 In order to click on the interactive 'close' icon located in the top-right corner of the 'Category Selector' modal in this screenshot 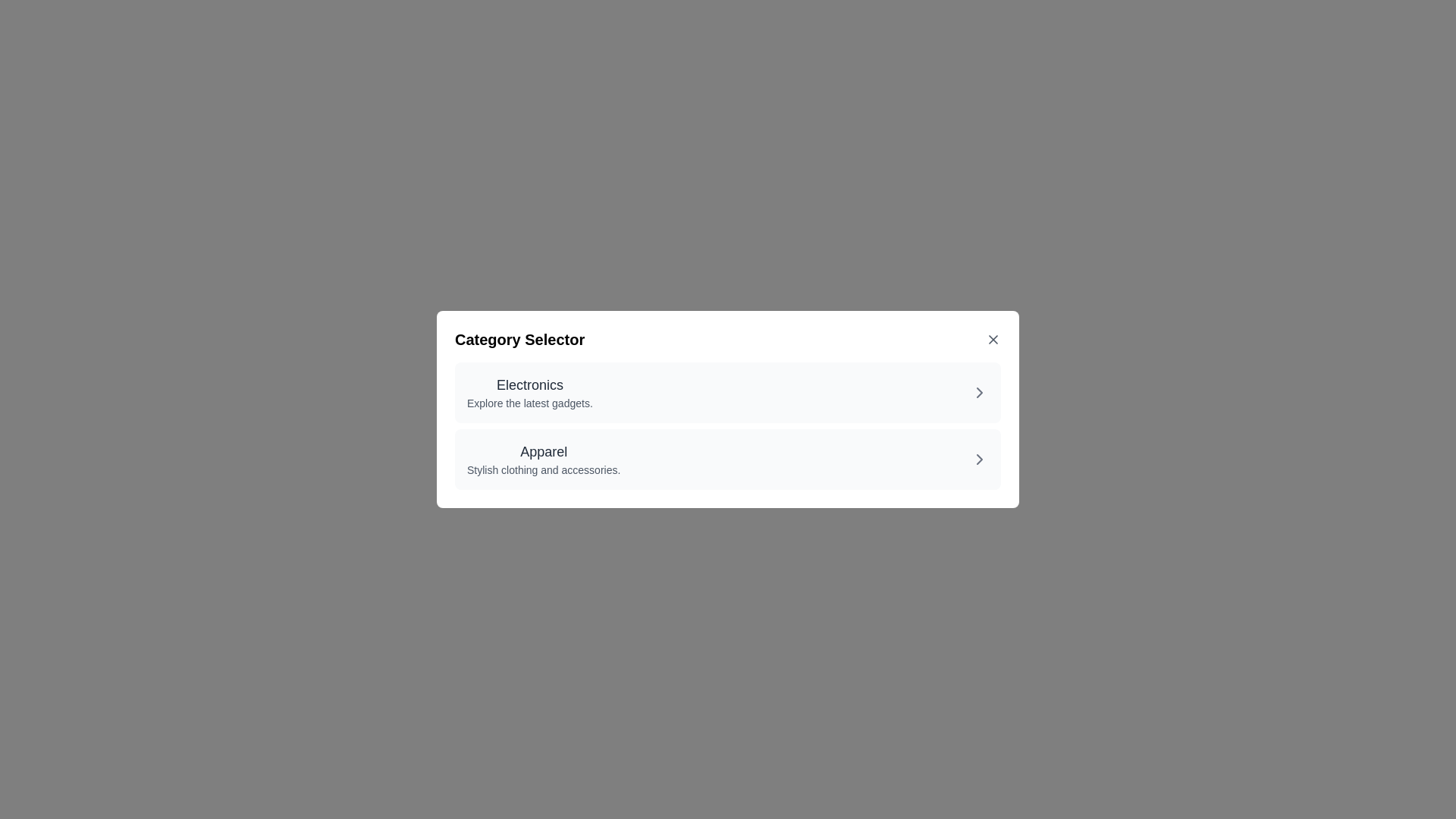, I will do `click(993, 338)`.